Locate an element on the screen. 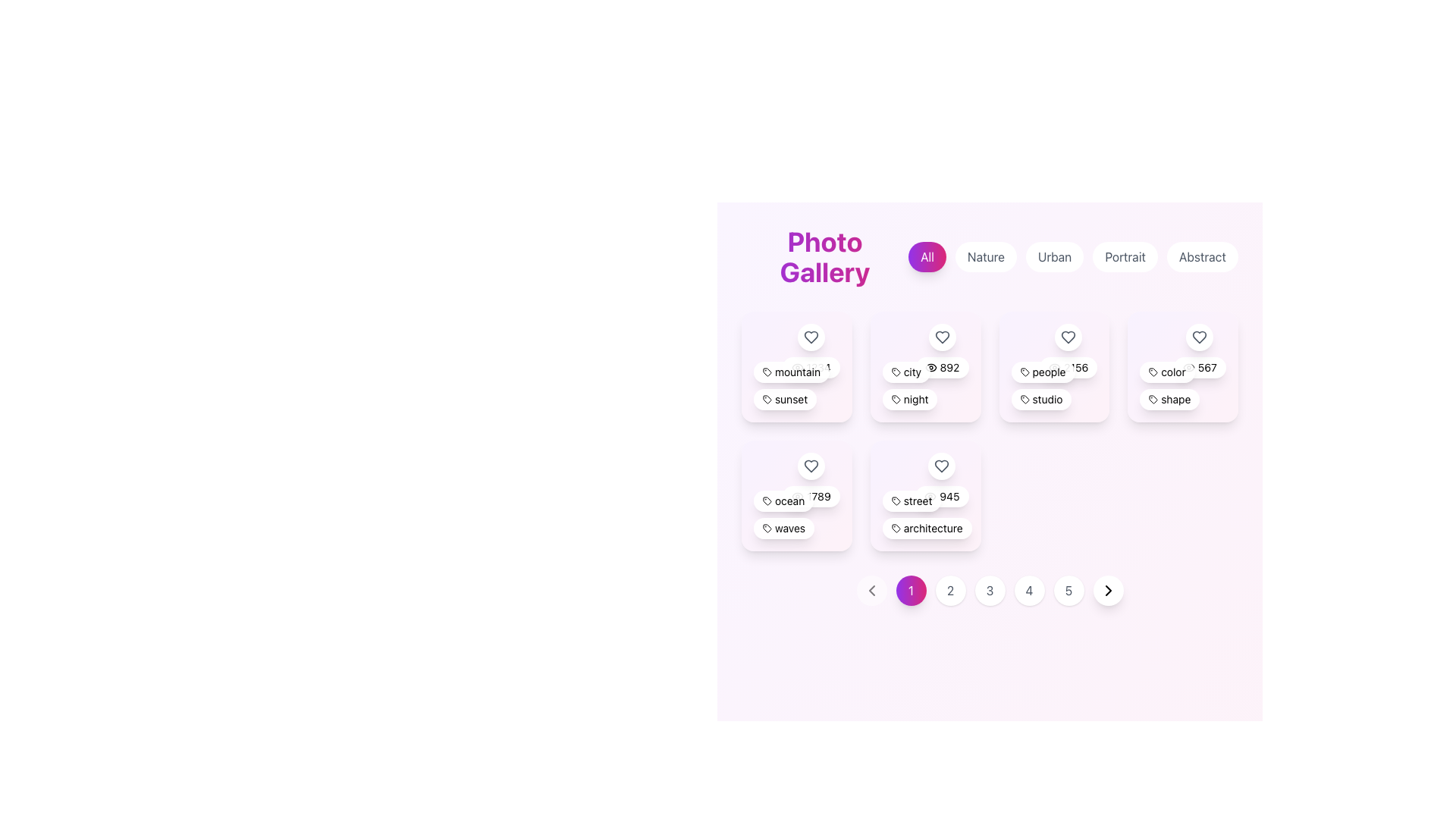  the rounded button with a heart icon outlined in gray located in the top-right section of the card titled 'mountain' to like the item is located at coordinates (810, 350).